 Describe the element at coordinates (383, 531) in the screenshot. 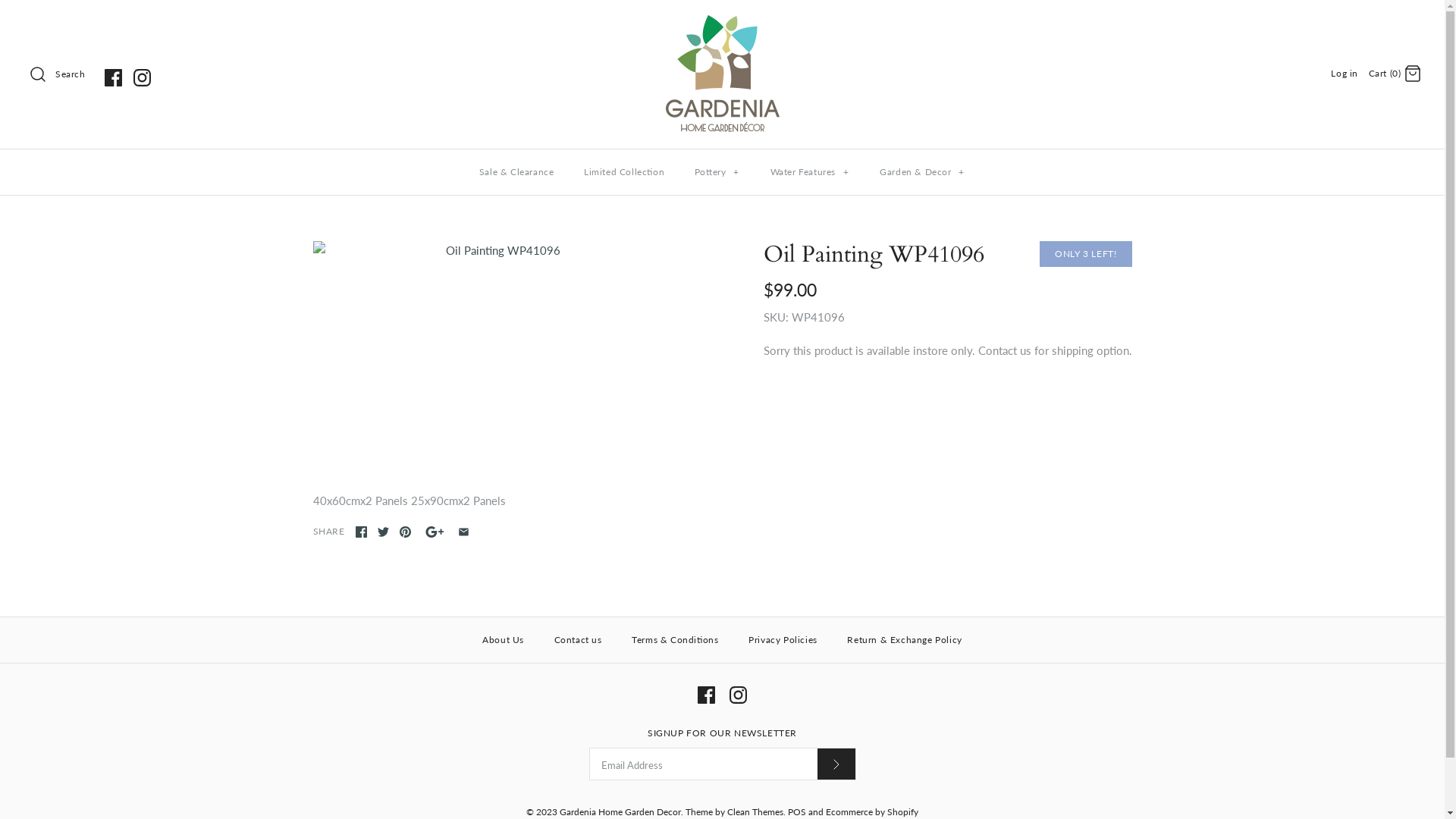

I see `'Twitter'` at that location.